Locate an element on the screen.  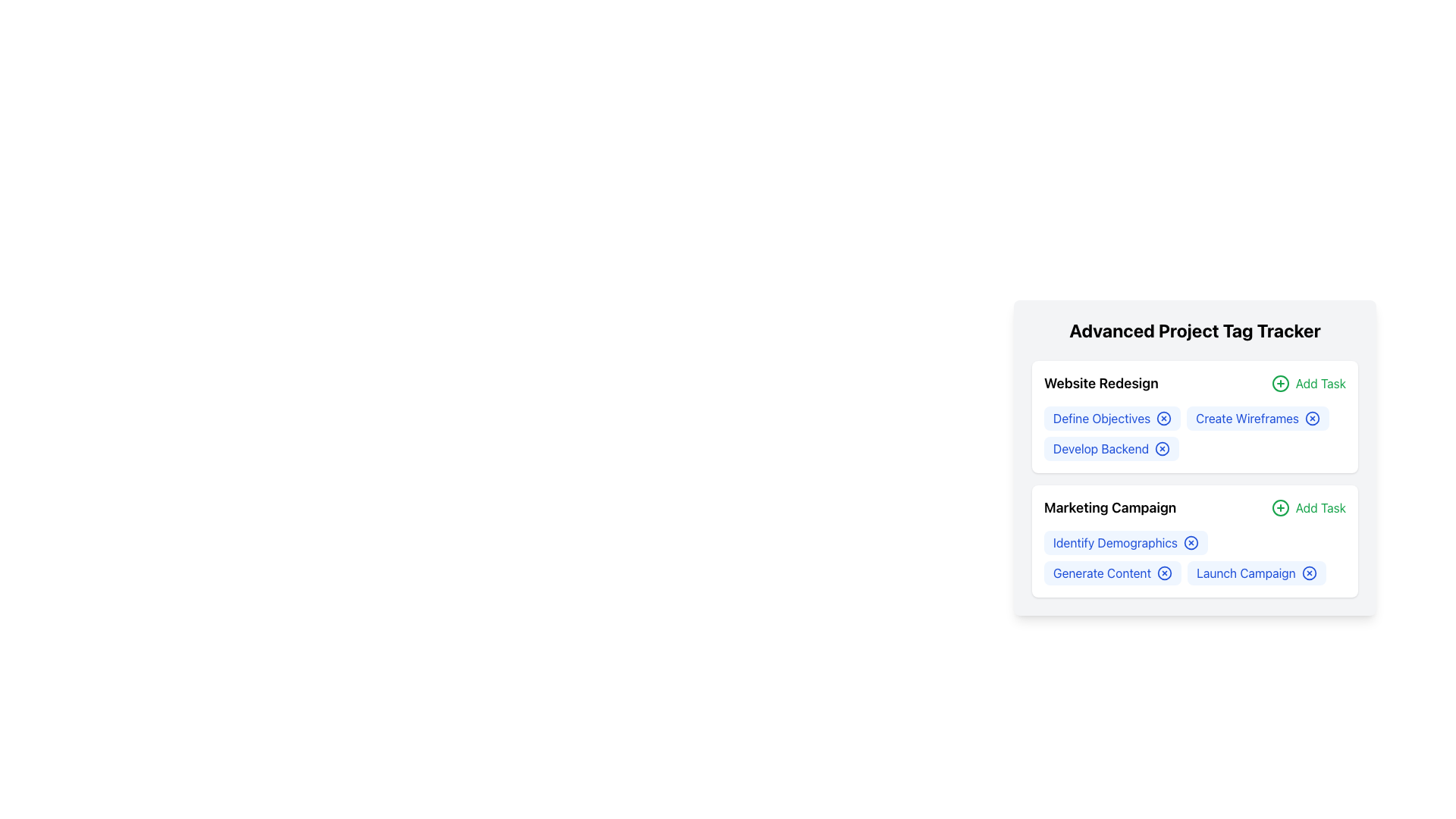
the labels in the 'Marketing Campaign' section to interact with tasks is located at coordinates (1194, 540).